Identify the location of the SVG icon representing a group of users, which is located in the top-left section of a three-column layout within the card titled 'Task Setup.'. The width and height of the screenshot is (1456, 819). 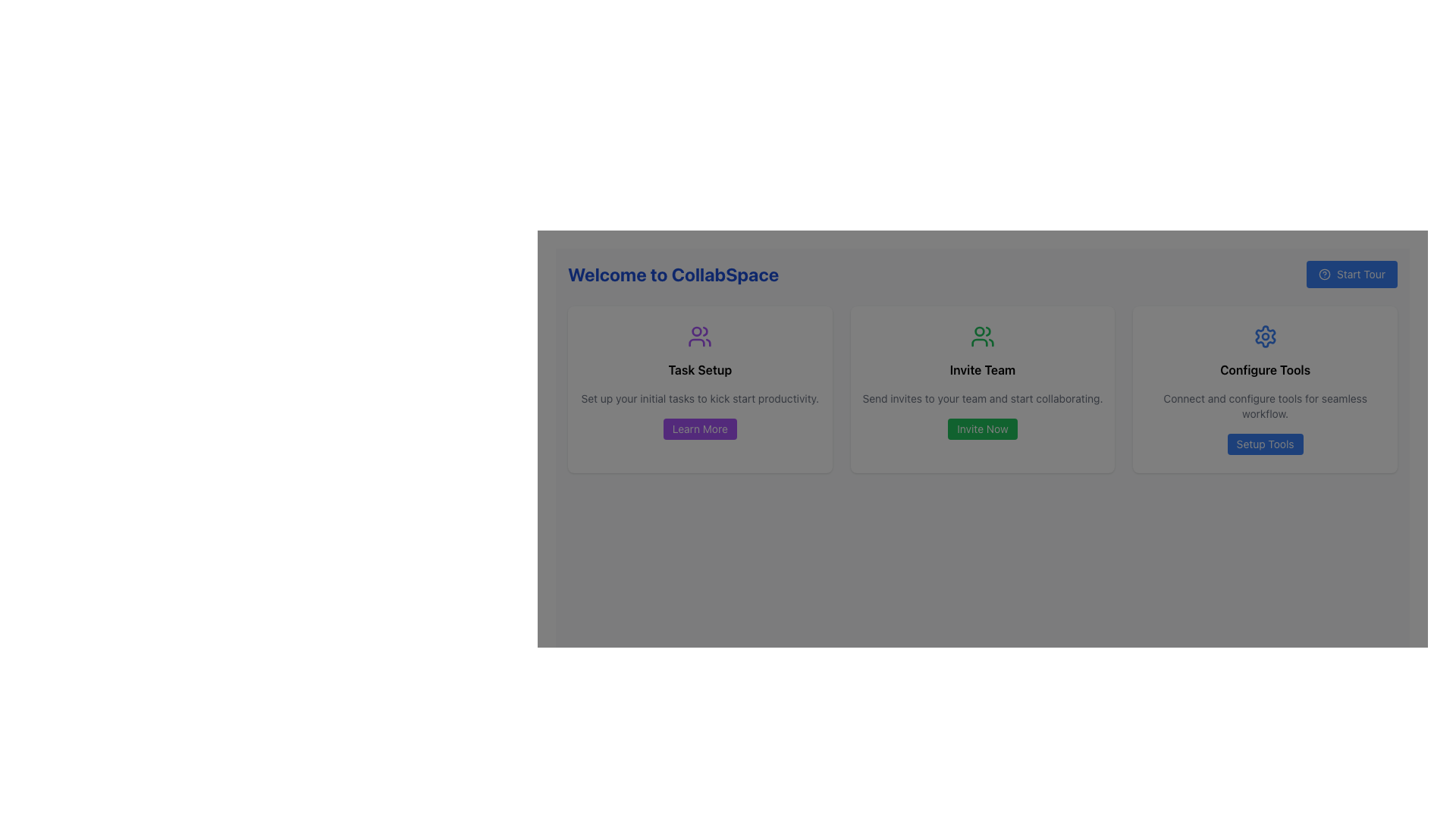
(699, 335).